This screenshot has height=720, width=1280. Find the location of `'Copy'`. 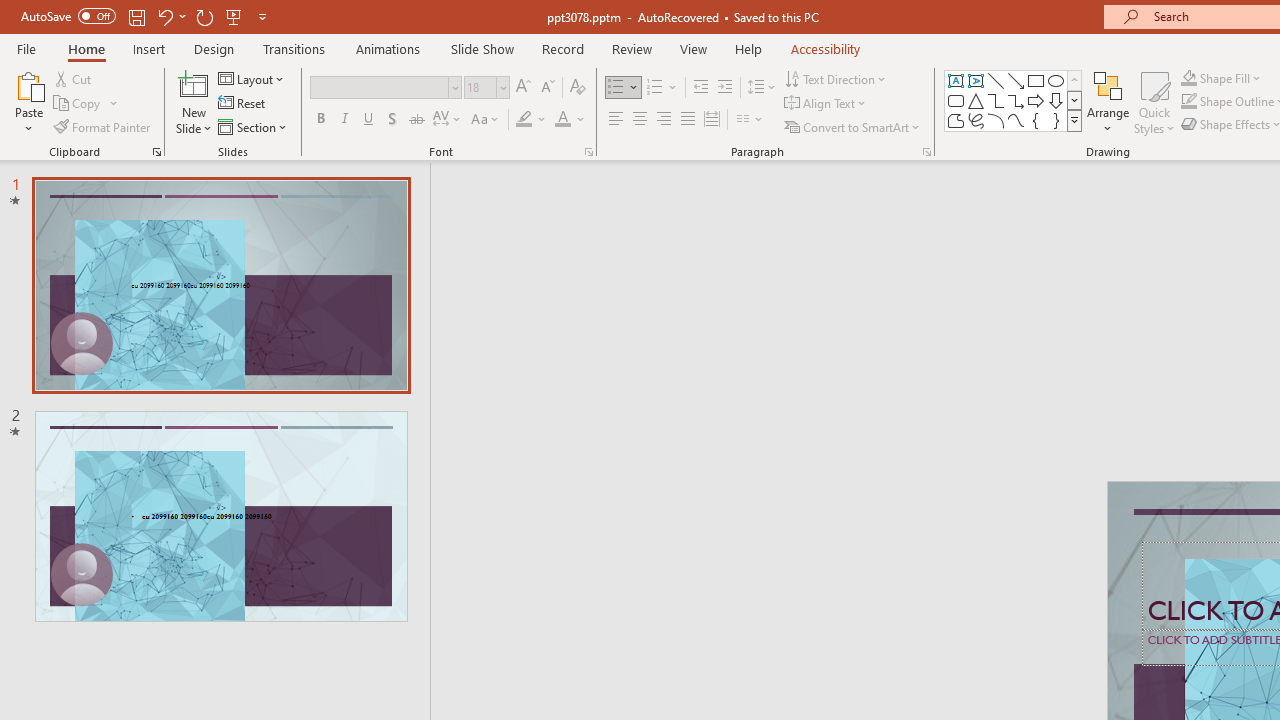

'Copy' is located at coordinates (78, 103).